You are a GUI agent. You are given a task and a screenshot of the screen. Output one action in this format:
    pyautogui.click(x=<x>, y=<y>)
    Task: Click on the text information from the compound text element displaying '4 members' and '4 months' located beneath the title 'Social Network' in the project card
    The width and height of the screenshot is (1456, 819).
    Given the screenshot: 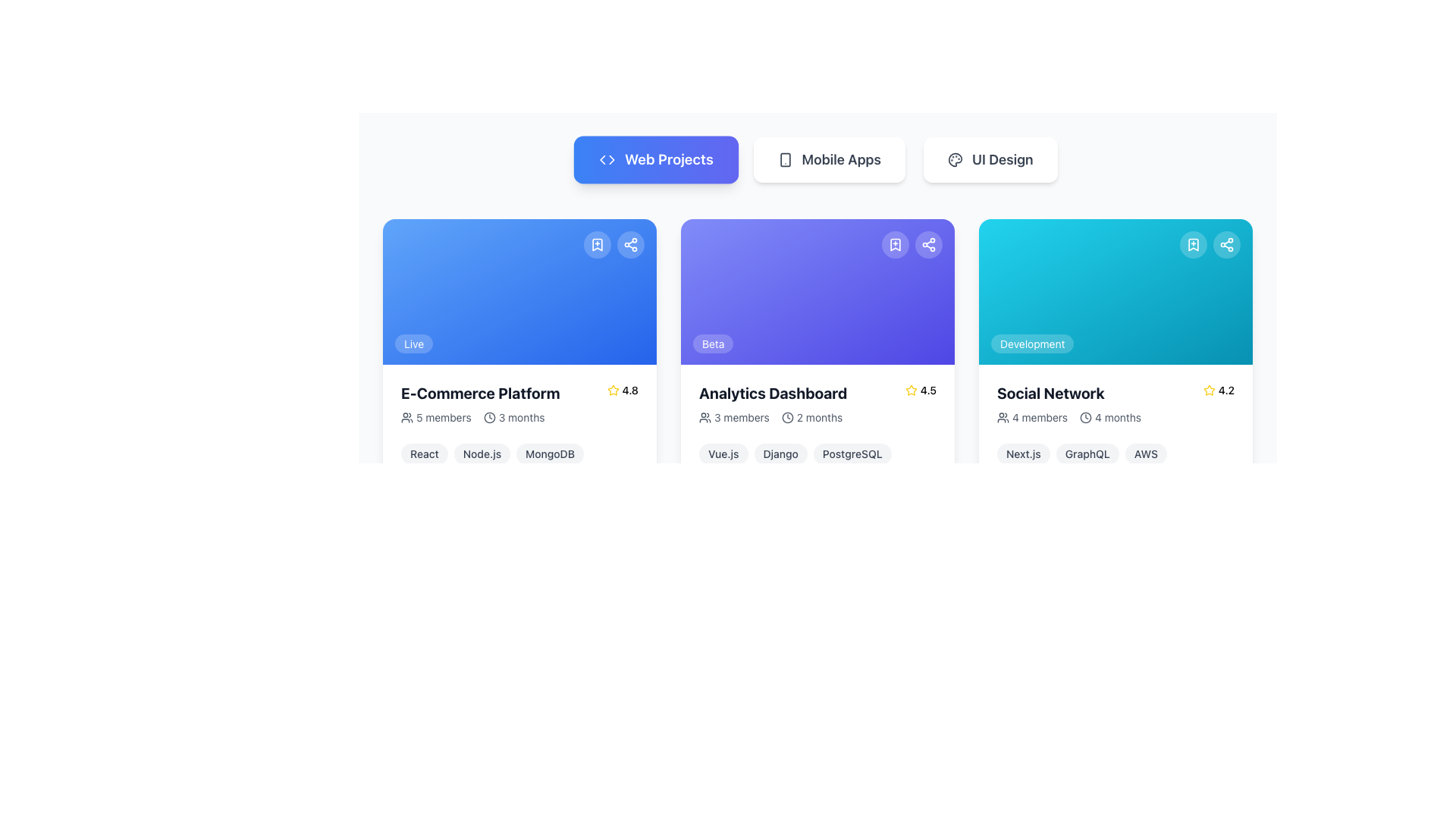 What is the action you would take?
    pyautogui.click(x=1116, y=418)
    